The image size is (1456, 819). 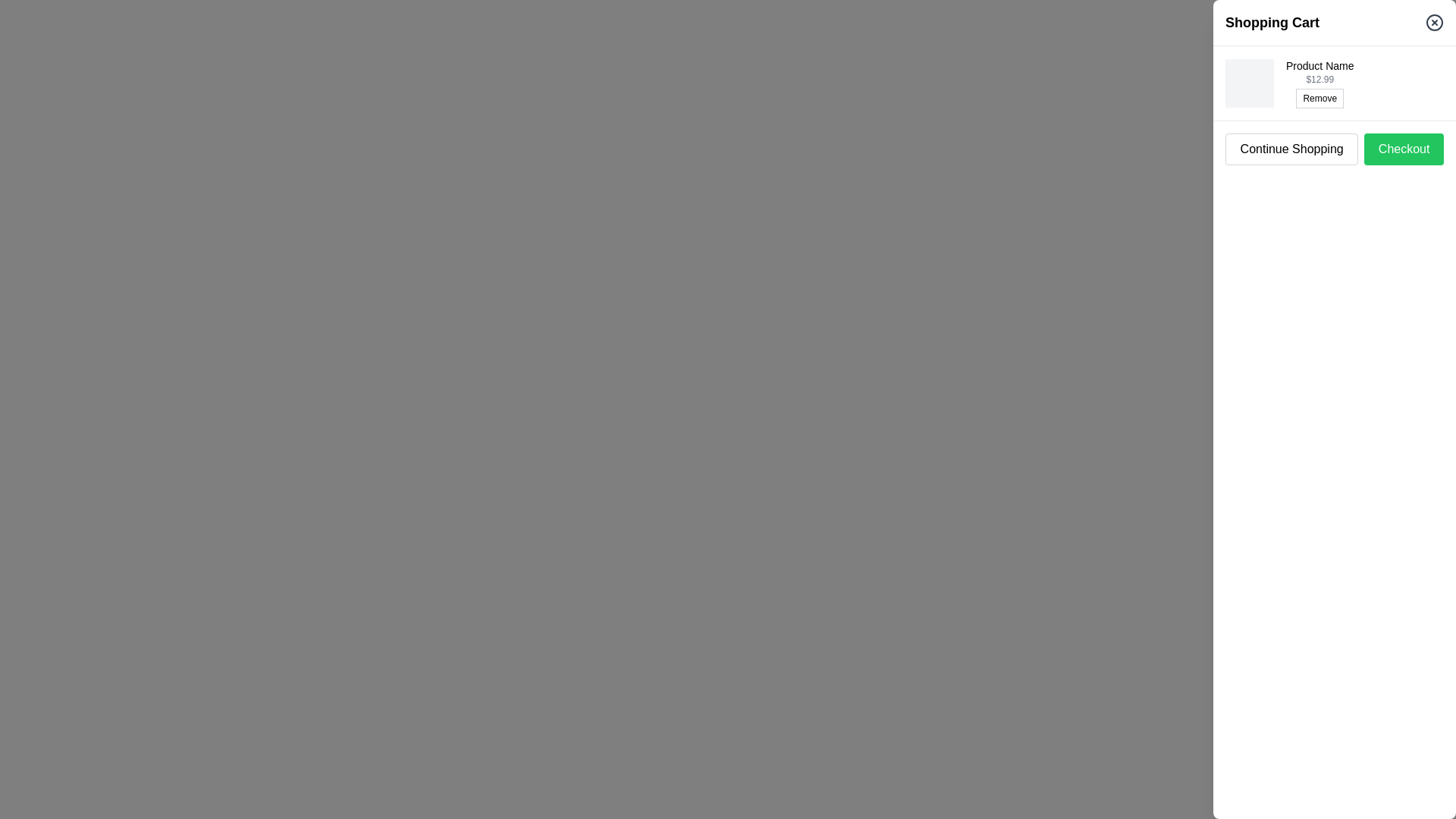 I want to click on the static text label displaying the price of the item ('$12.99'), located in the top-right section of the shopping cart interface, beneath the product name and above the 'Remove' button, so click(x=1319, y=79).